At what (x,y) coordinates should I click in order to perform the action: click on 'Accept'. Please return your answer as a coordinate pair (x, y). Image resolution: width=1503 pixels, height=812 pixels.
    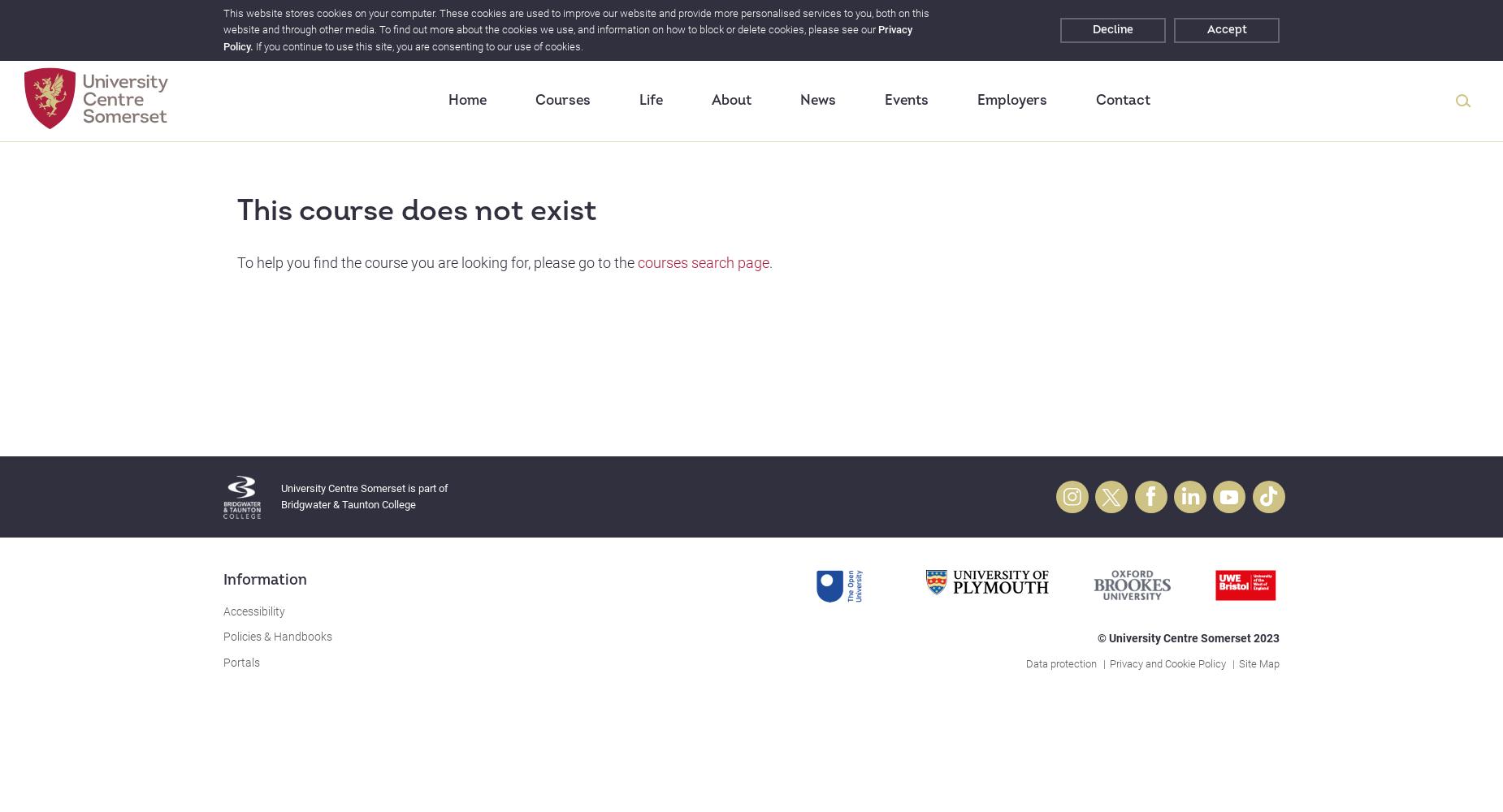
    Looking at the image, I should click on (1206, 29).